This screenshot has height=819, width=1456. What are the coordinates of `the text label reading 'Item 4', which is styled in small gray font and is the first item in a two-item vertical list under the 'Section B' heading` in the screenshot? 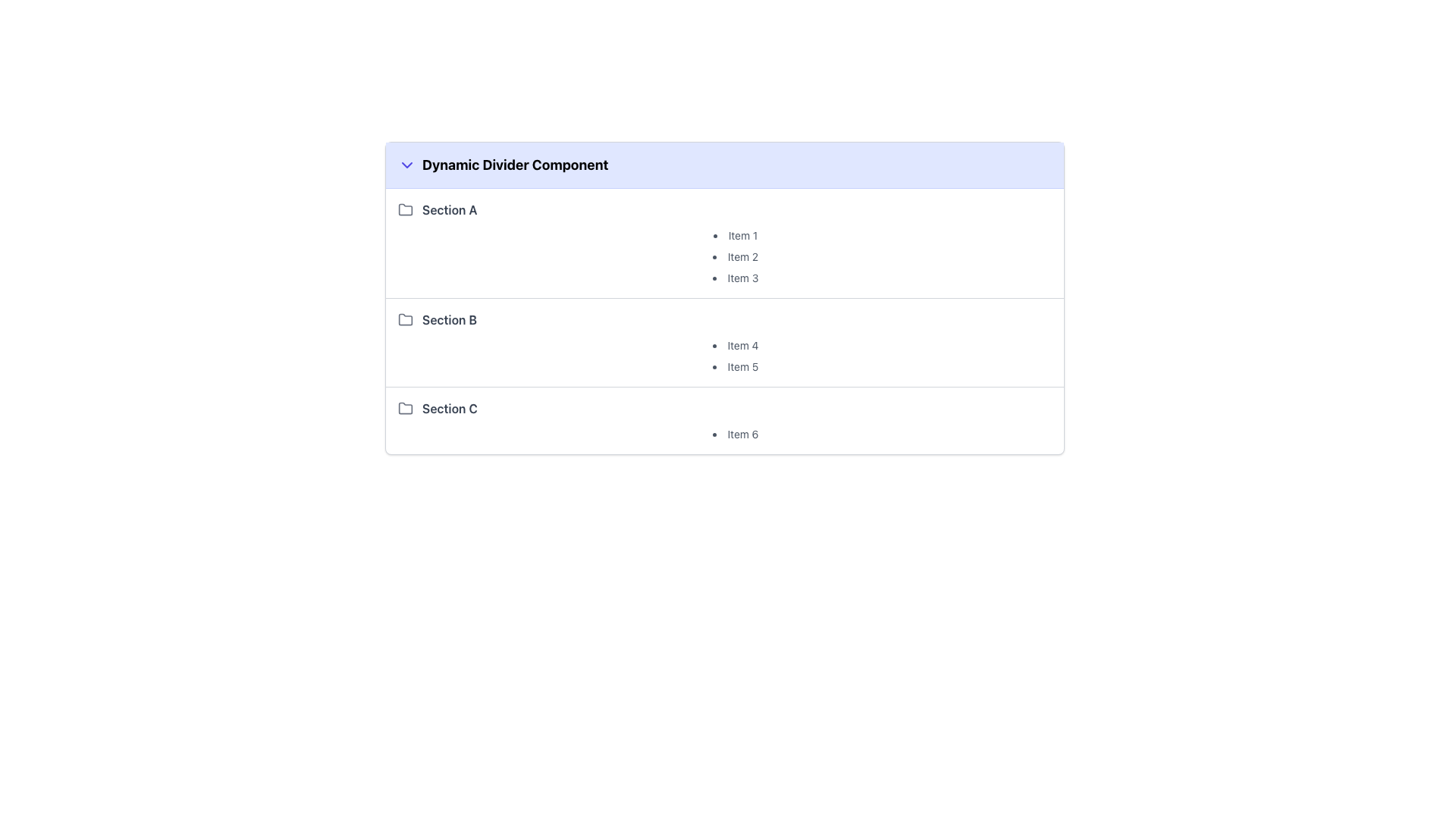 It's located at (735, 345).